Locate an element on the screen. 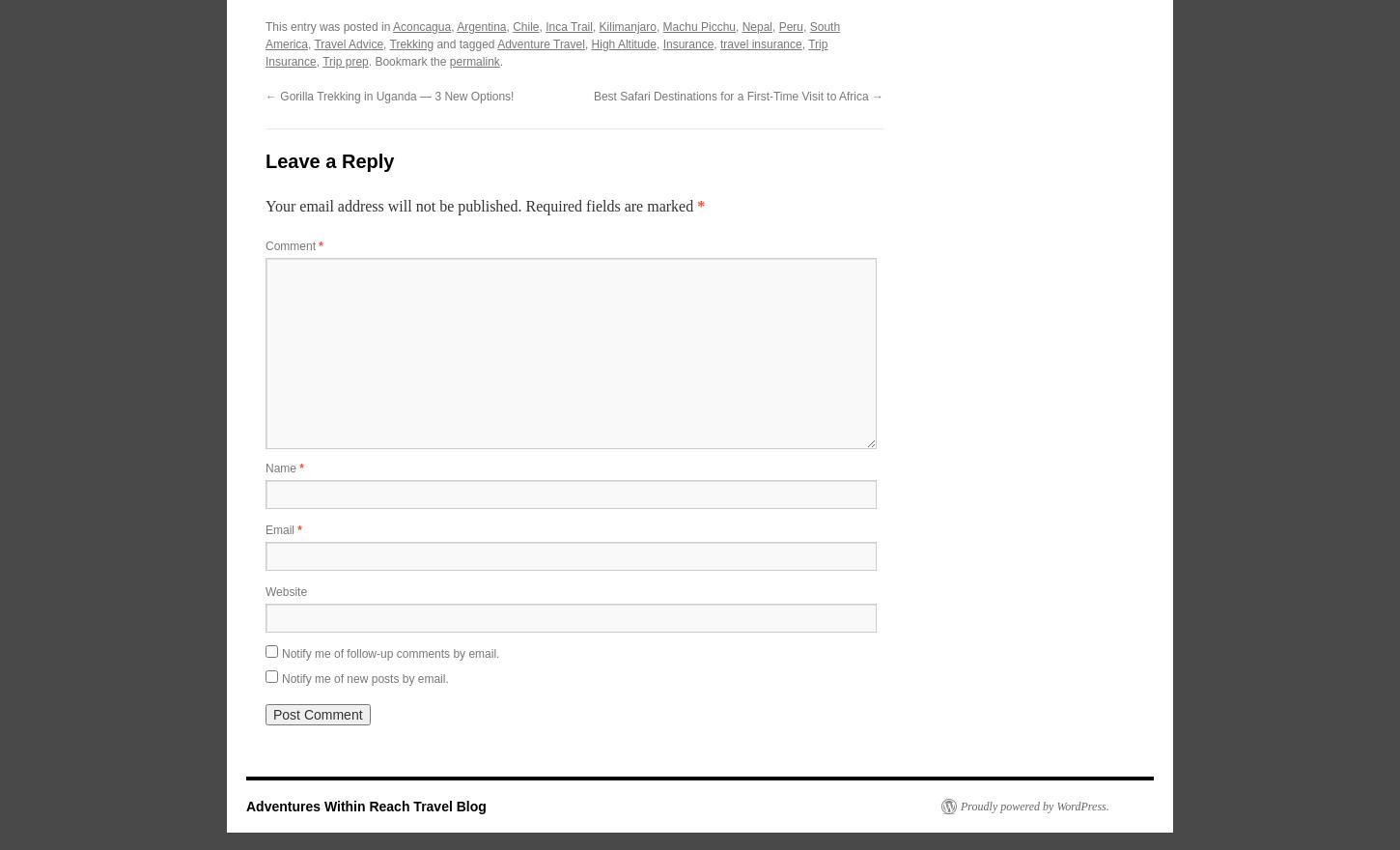 This screenshot has width=1400, height=850. 'Notify me of new posts by email.' is located at coordinates (364, 677).